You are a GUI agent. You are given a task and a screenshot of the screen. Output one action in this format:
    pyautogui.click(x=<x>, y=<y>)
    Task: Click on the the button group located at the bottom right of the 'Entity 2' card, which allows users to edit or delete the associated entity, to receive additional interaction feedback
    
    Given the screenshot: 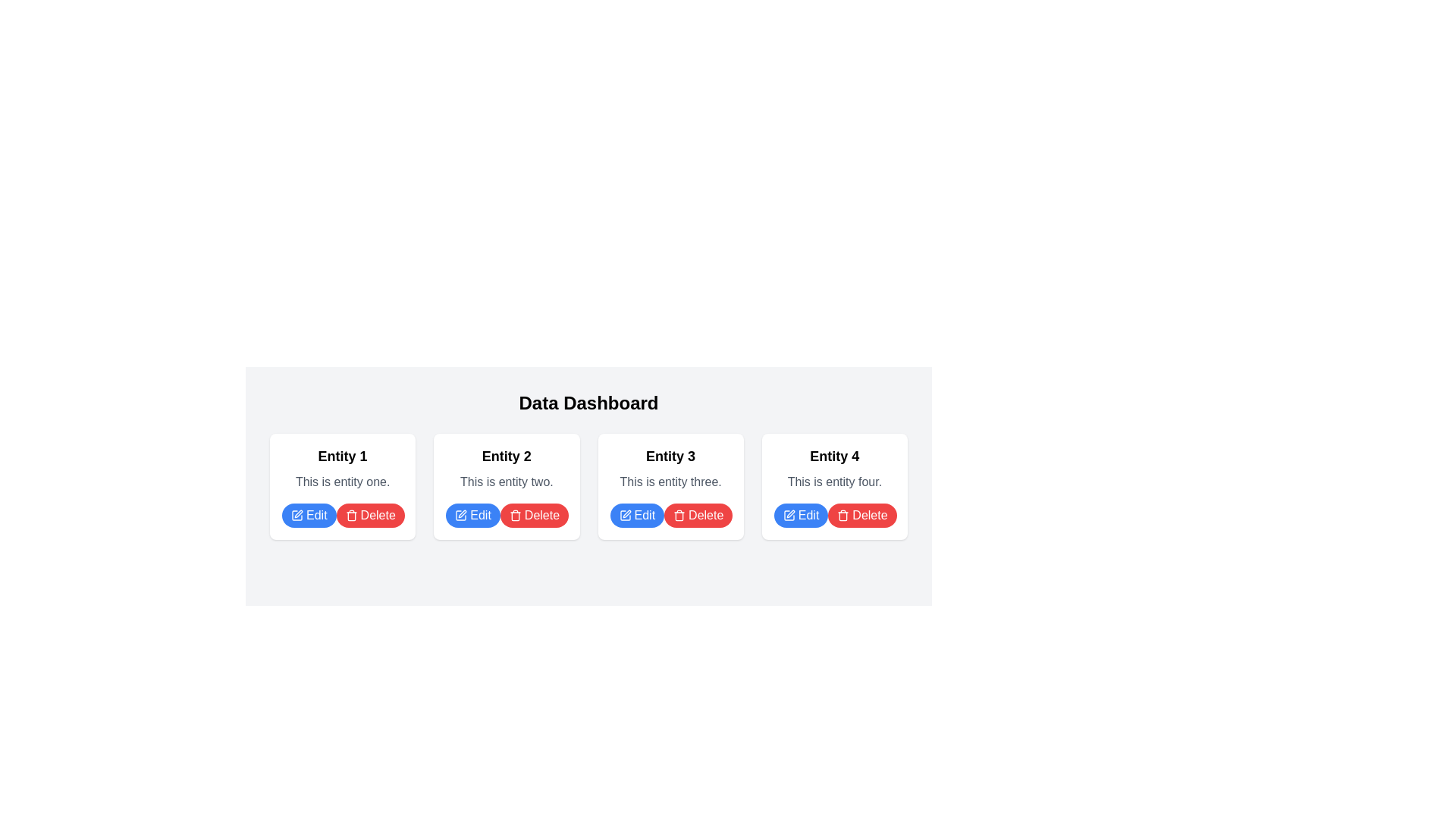 What is the action you would take?
    pyautogui.click(x=507, y=514)
    